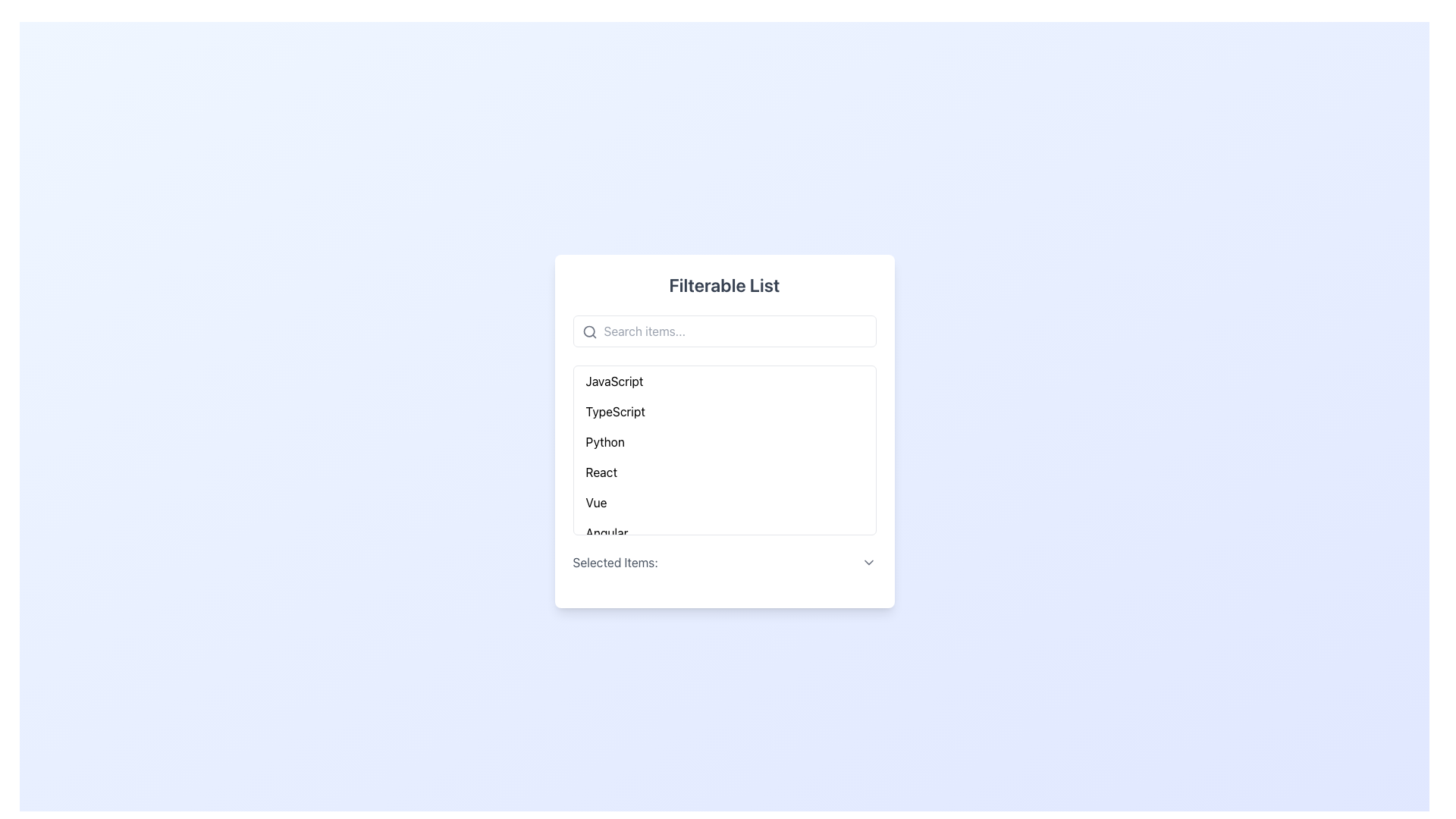 This screenshot has height=819, width=1456. Describe the element at coordinates (723, 503) in the screenshot. I see `the fifth list item displaying 'Vue' in a vertically stacked list of selectable items` at that location.